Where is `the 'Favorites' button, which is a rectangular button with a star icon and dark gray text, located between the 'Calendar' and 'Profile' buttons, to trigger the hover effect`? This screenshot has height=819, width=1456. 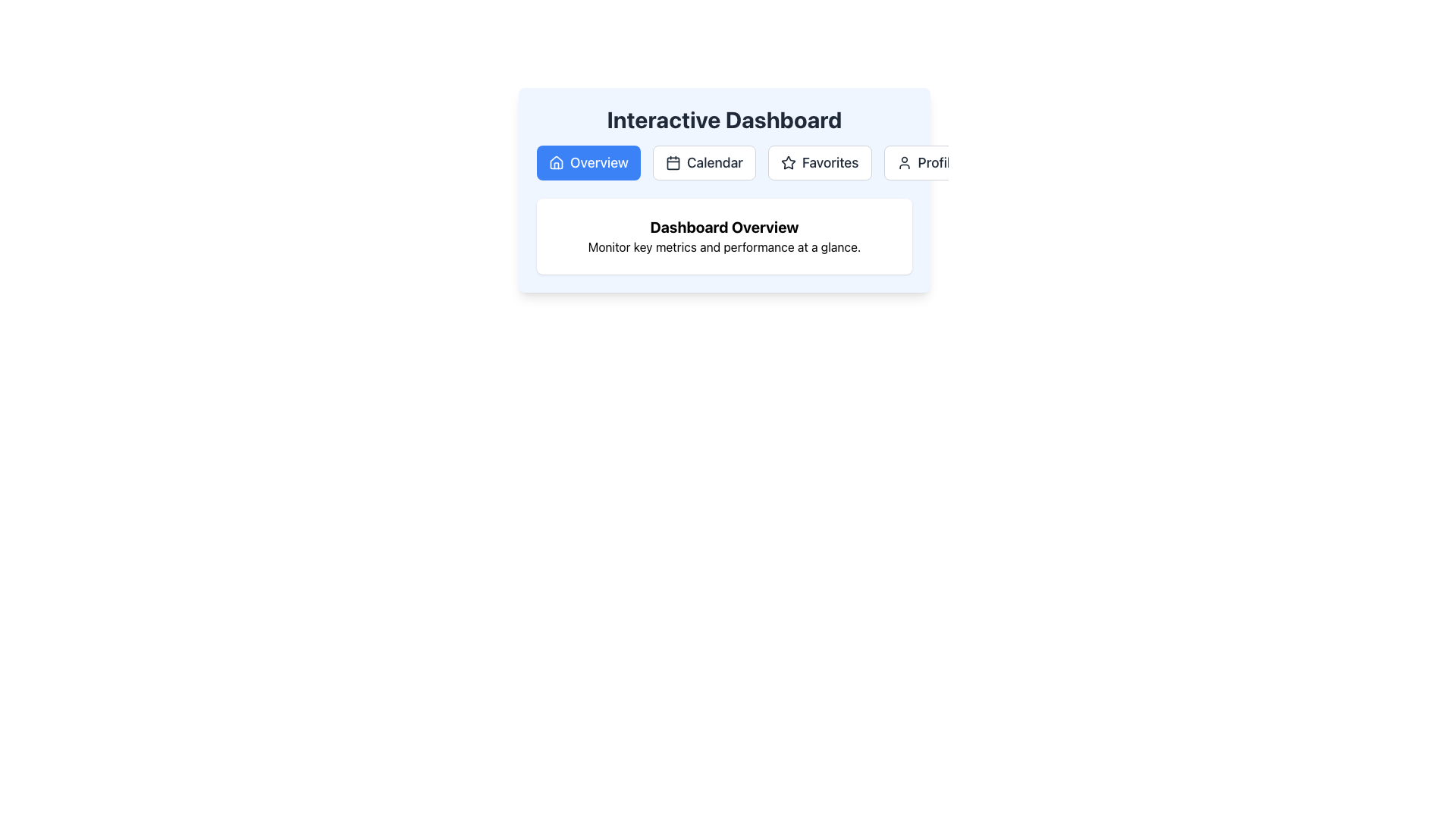
the 'Favorites' button, which is a rectangular button with a star icon and dark gray text, located between the 'Calendar' and 'Profile' buttons, to trigger the hover effect is located at coordinates (819, 163).